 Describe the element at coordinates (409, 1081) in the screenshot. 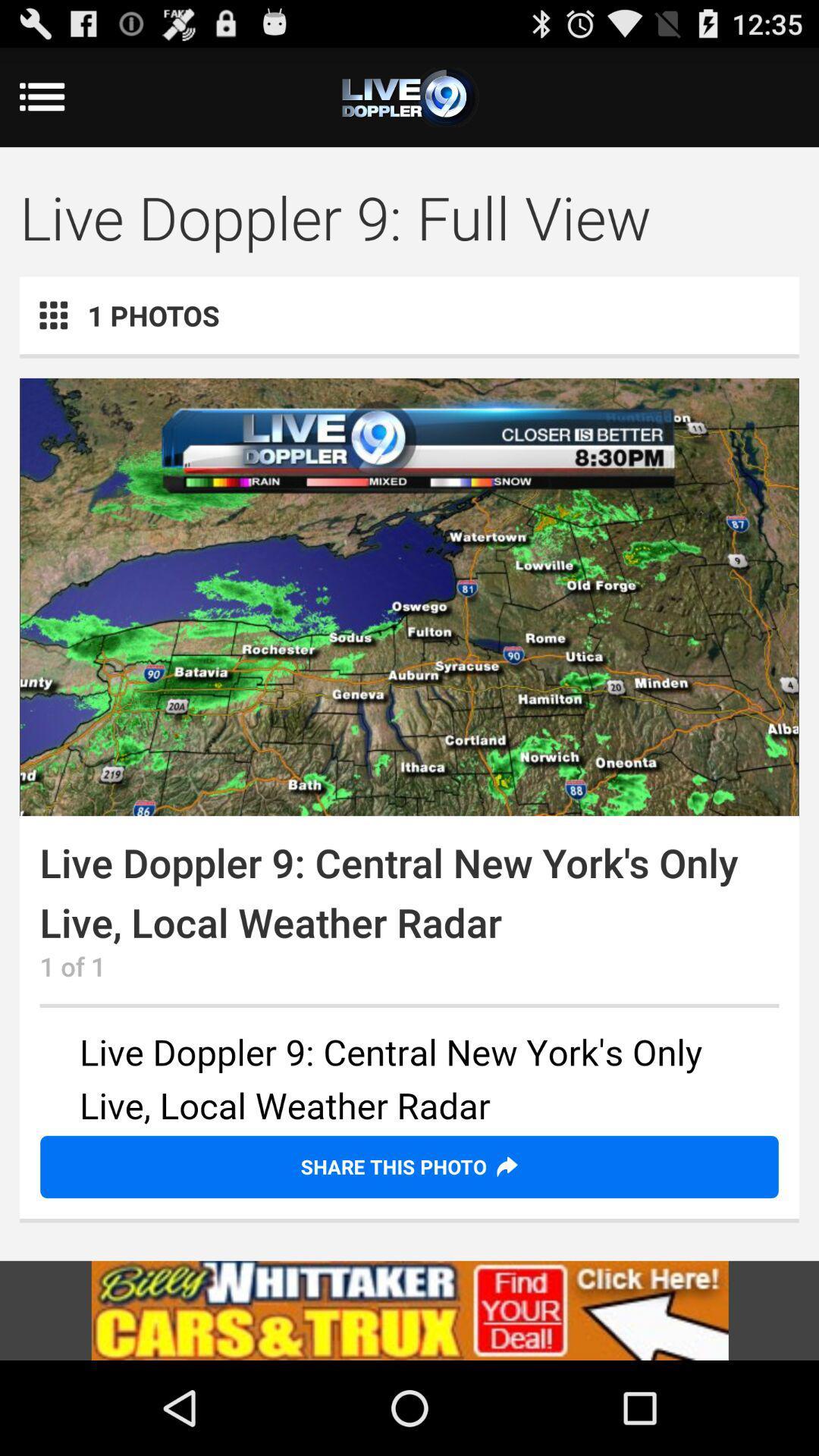

I see `see advertisement` at that location.